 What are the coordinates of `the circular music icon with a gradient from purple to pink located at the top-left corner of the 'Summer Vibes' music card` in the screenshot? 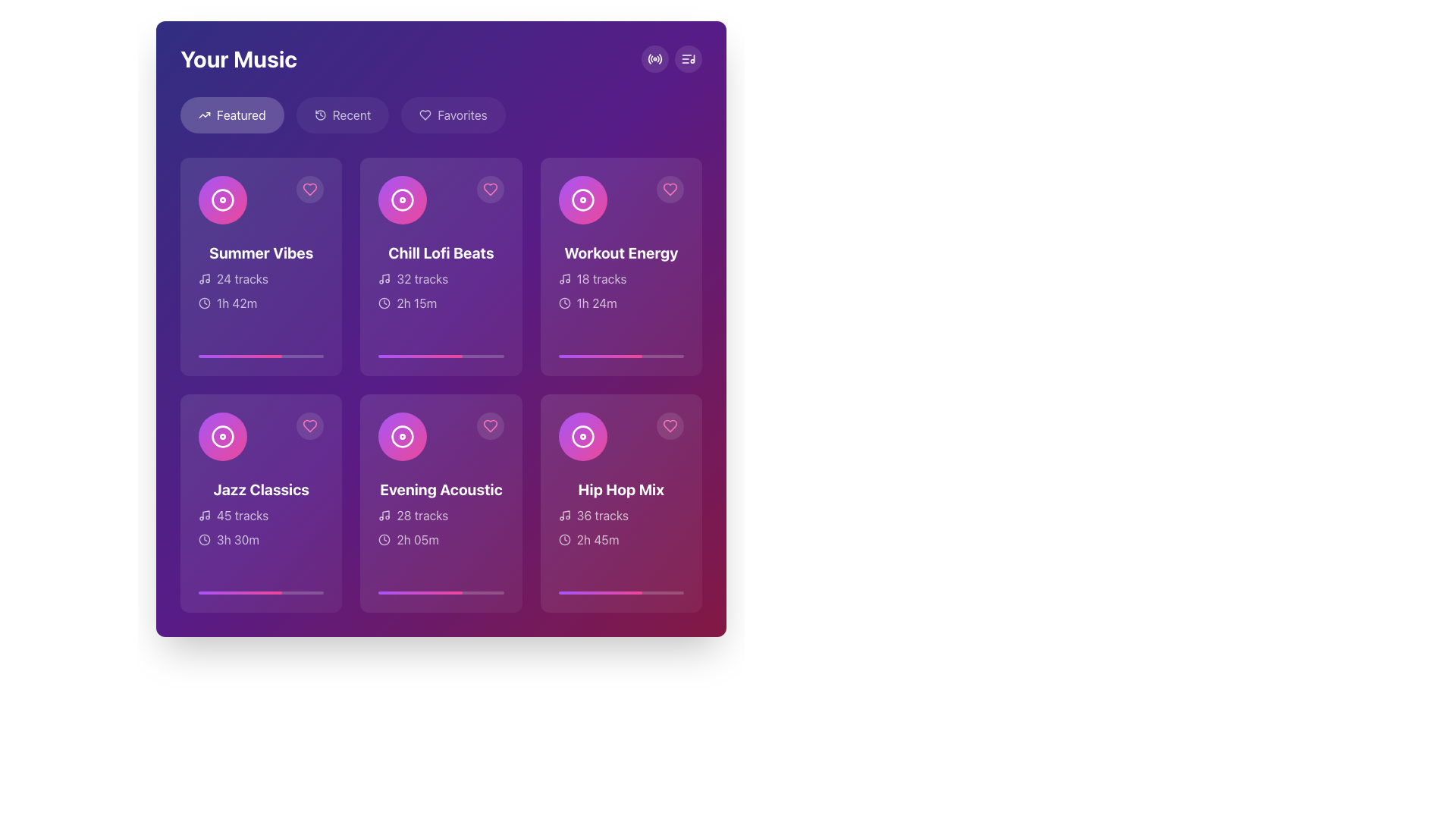 It's located at (221, 199).